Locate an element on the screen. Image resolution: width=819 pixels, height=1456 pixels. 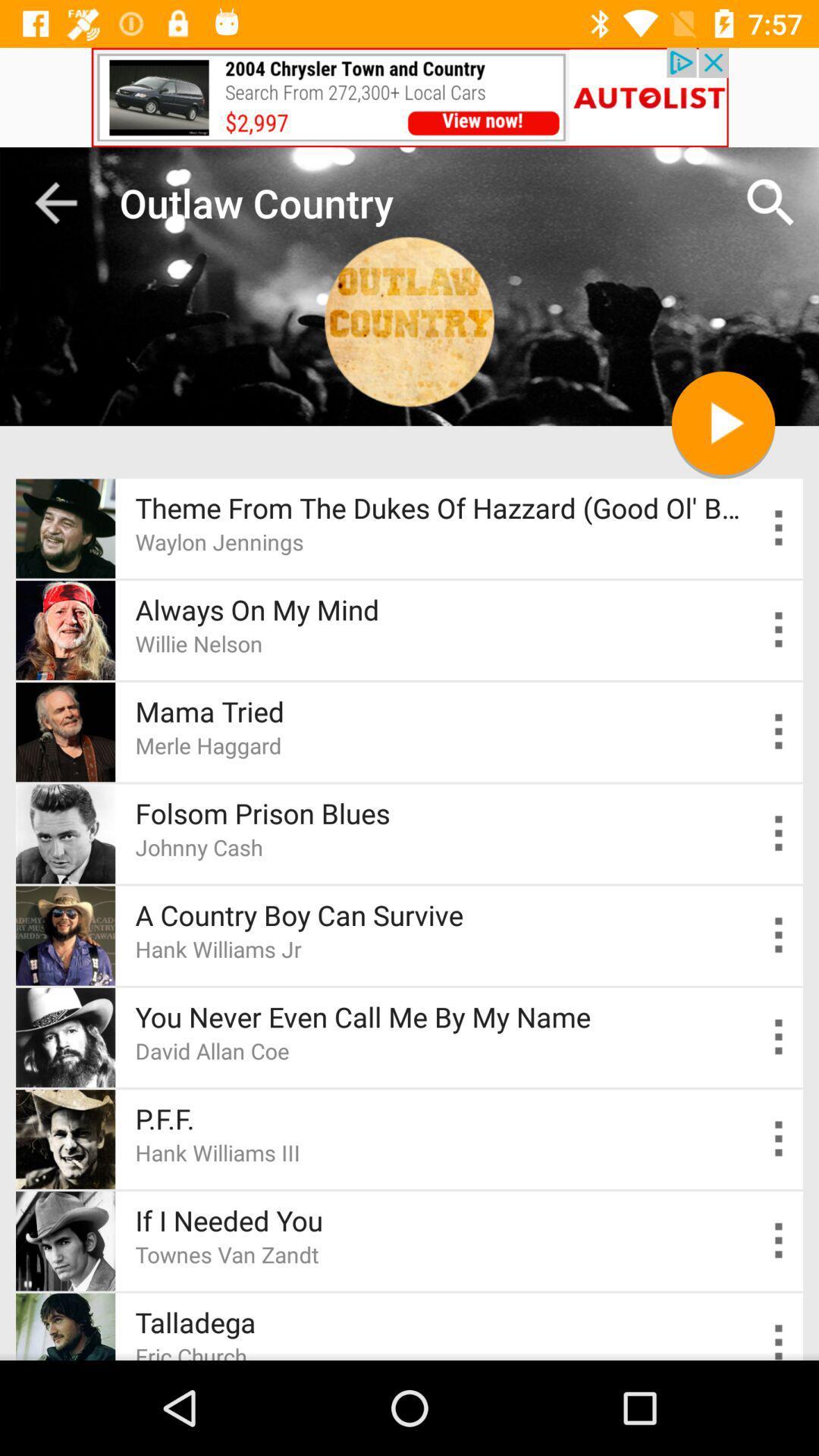
tune is located at coordinates (779, 1241).